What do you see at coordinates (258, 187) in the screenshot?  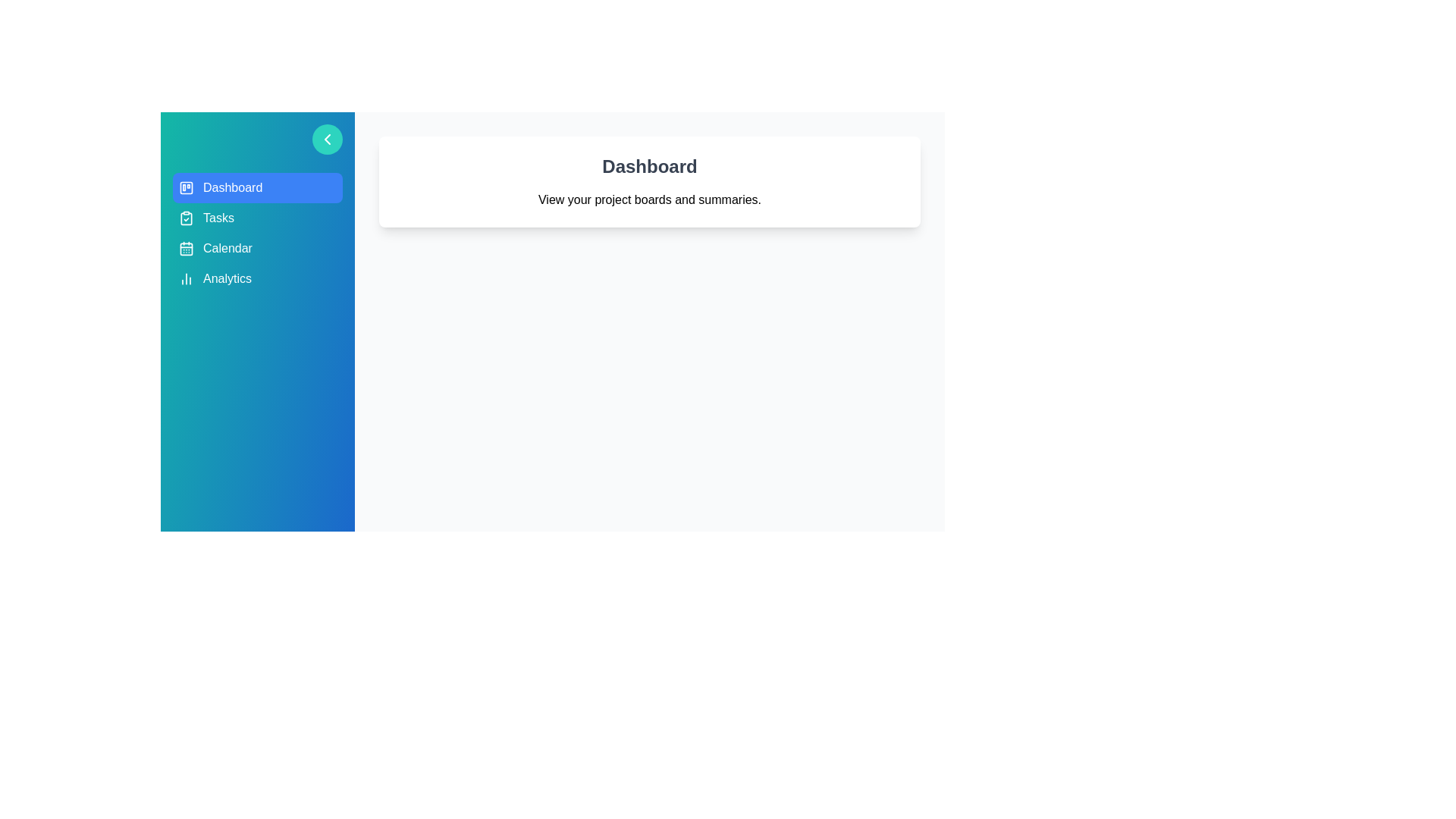 I see `the Navigation Button located at the top of the vertical navigation menu on the left side of the interface, which redirects to the 'Dashboard' page` at bounding box center [258, 187].